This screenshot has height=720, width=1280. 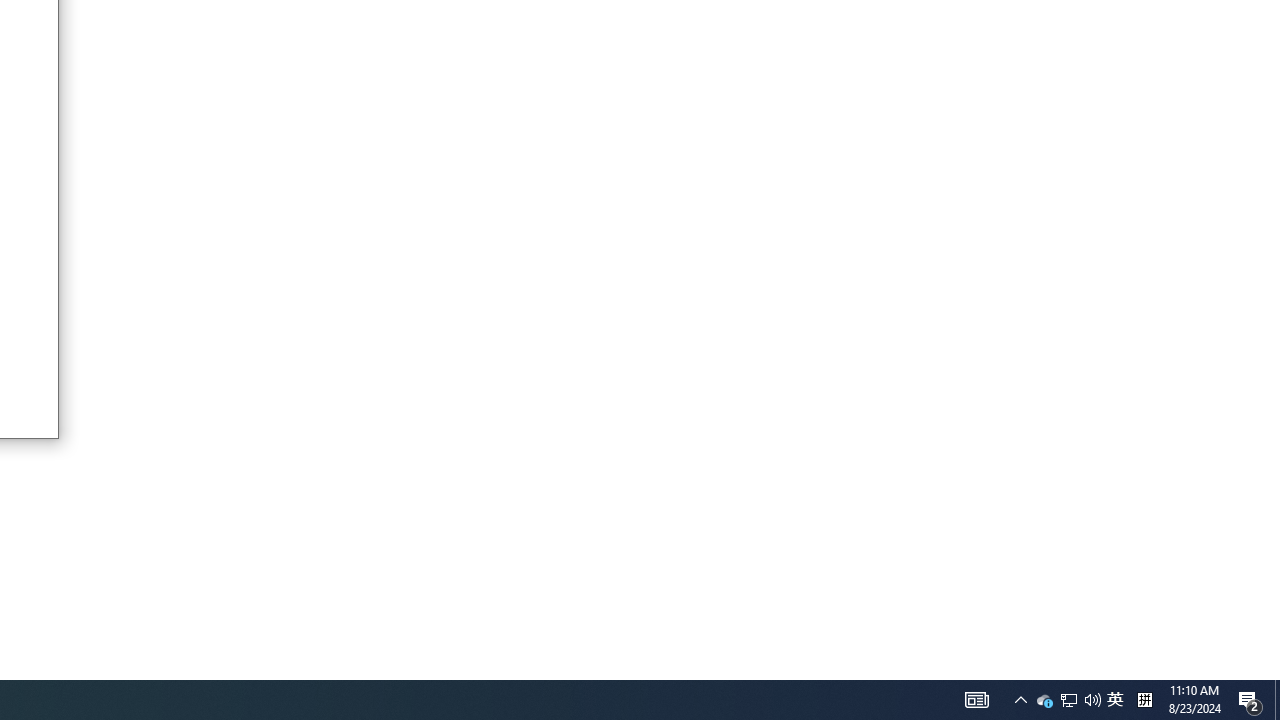 What do you see at coordinates (977, 698) in the screenshot?
I see `'AutomationID: 4105'` at bounding box center [977, 698].